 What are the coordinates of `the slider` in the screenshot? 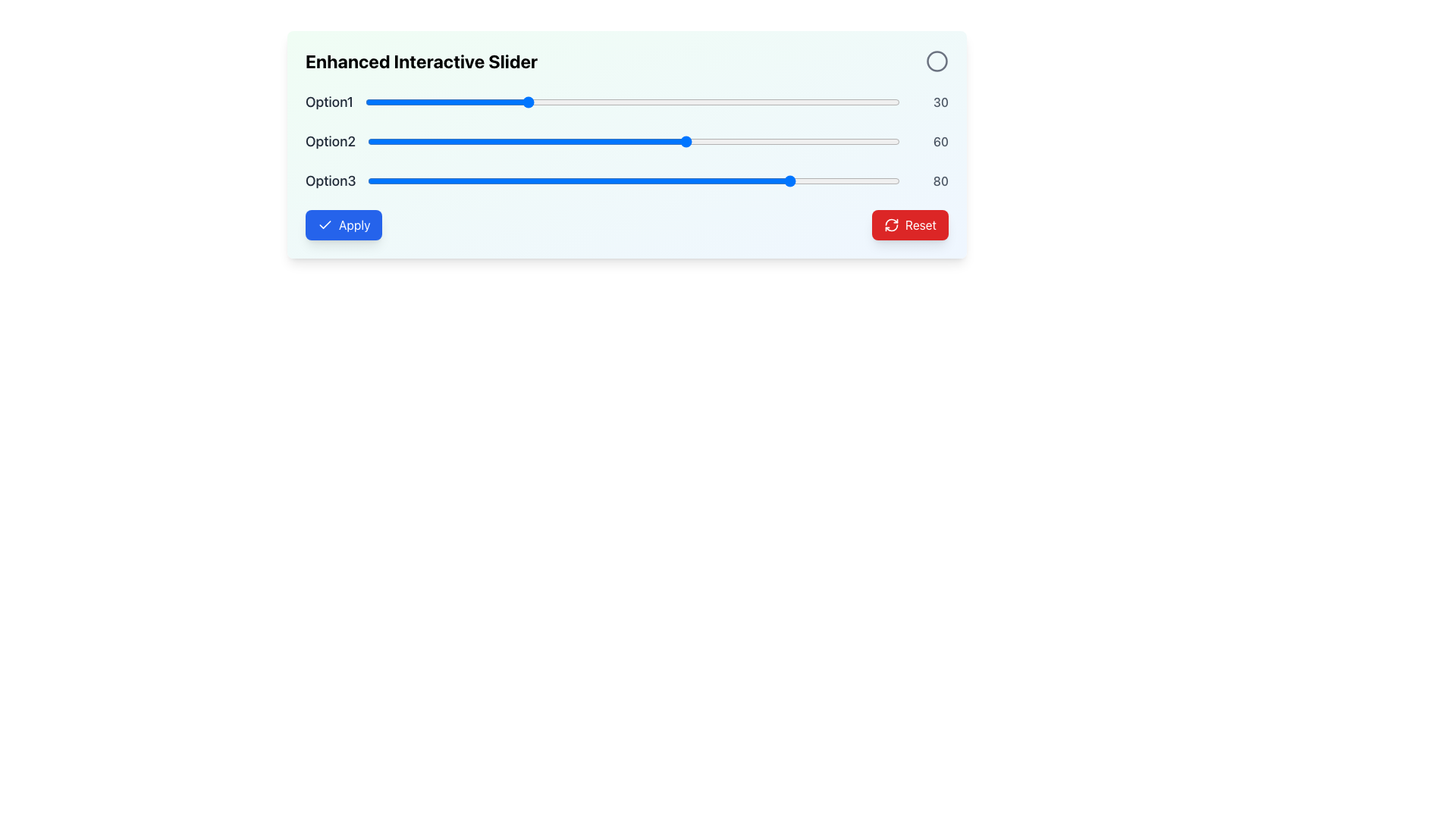 It's located at (792, 180).